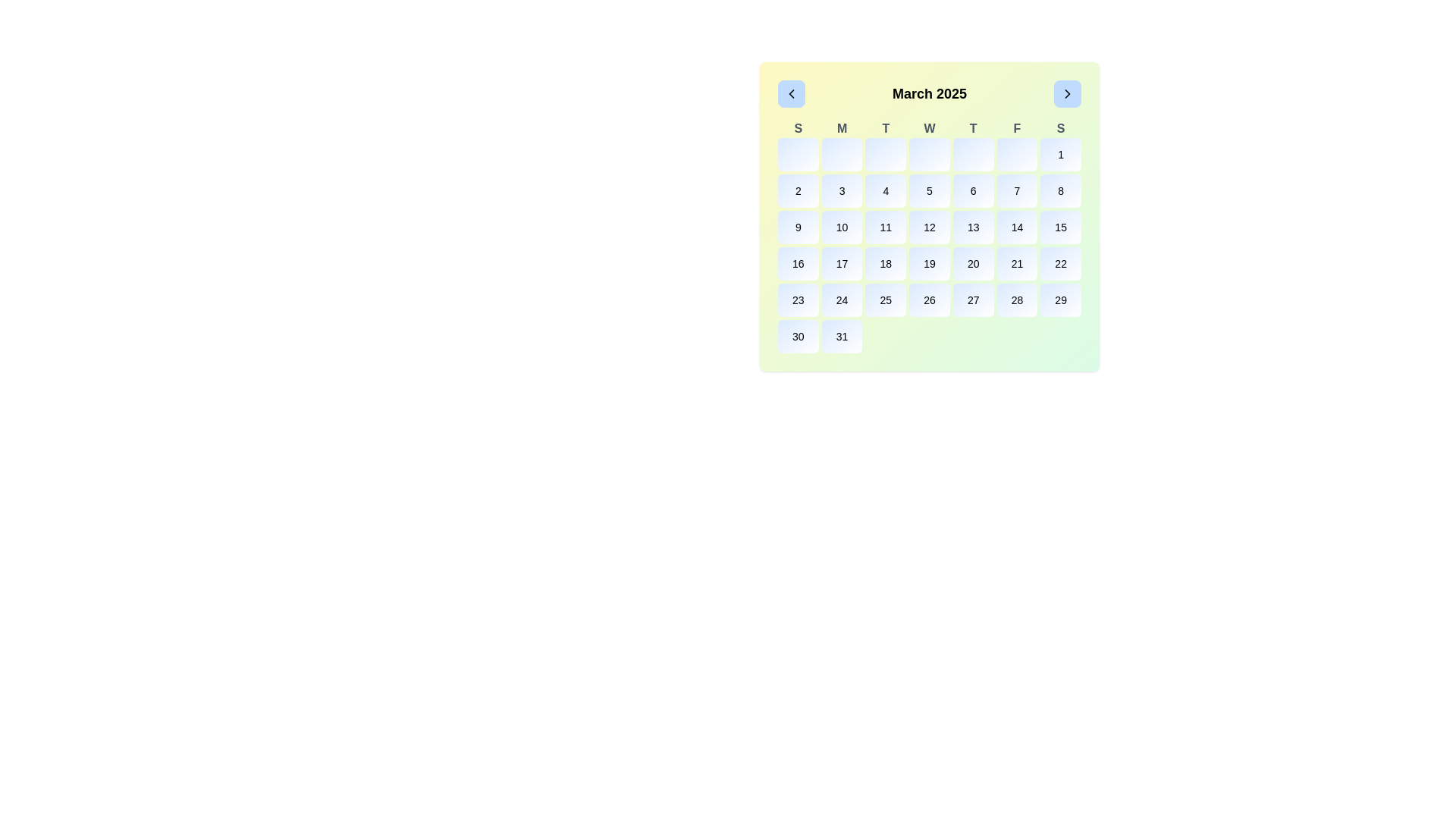 The image size is (1456, 819). I want to click on the small rounded square button with a gradient background displaying the number '22', so click(1060, 262).